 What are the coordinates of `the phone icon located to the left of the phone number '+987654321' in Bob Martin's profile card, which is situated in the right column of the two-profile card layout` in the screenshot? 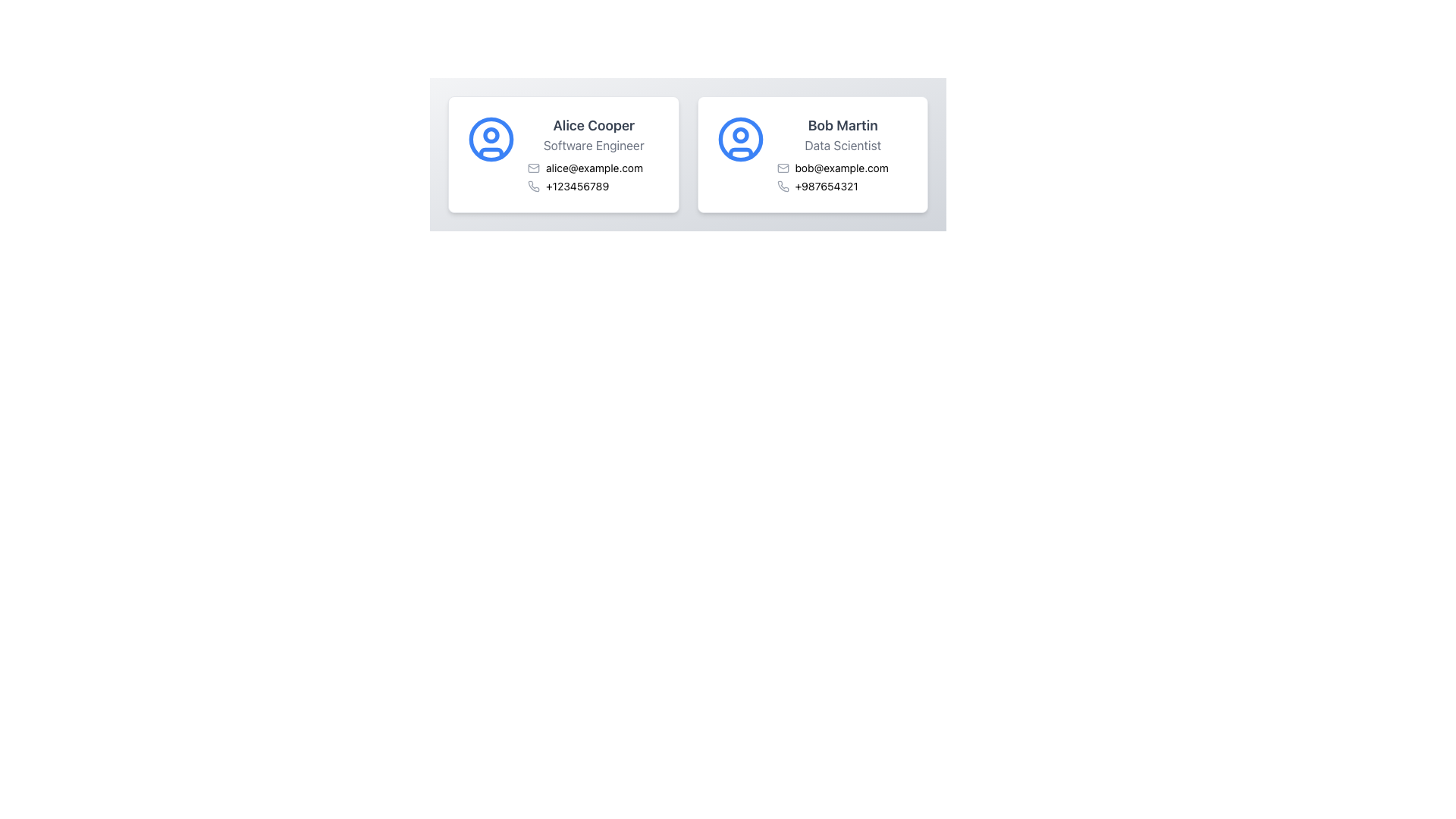 It's located at (783, 186).